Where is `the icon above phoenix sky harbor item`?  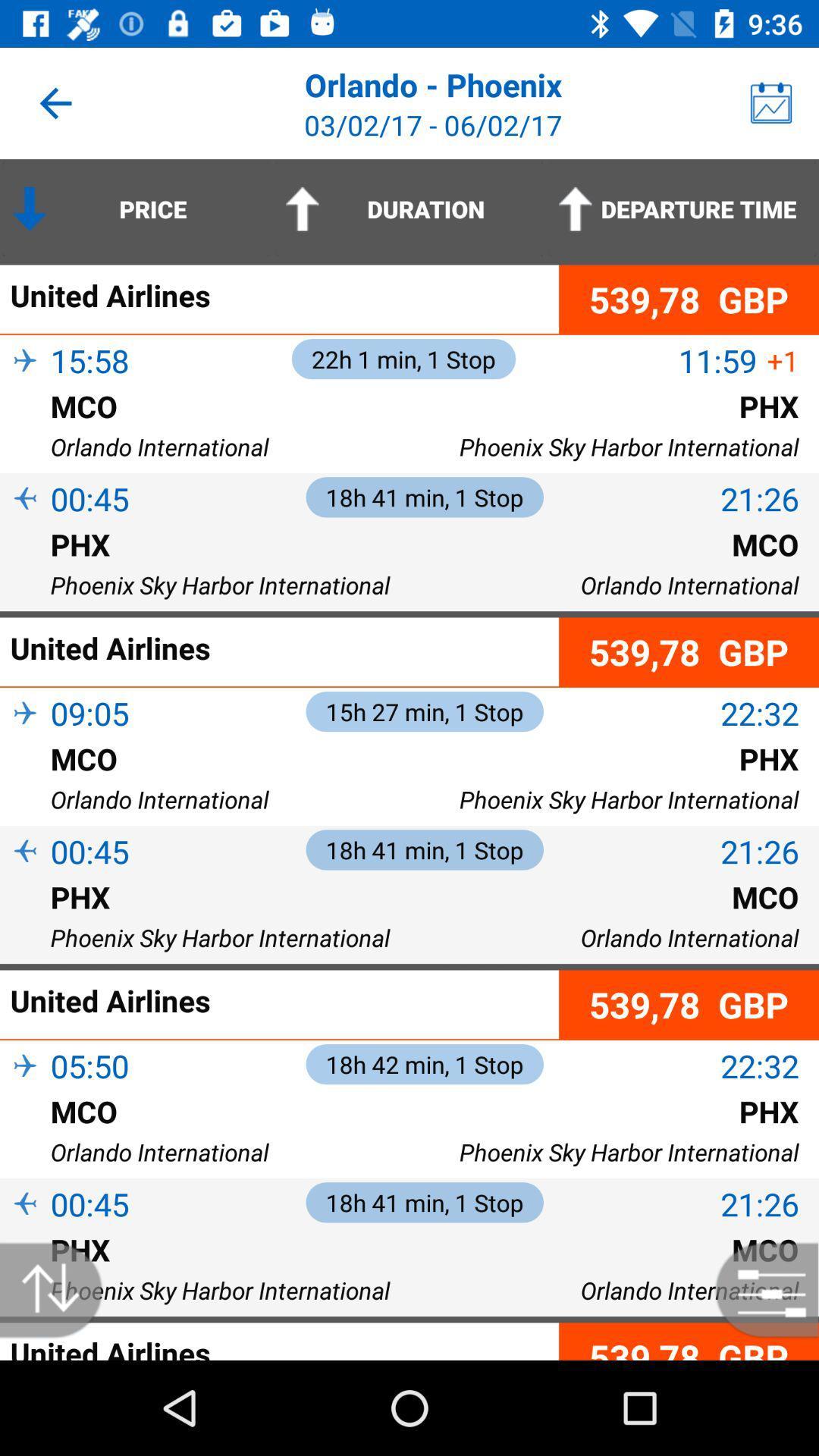 the icon above phoenix sky harbor item is located at coordinates (25, 568).